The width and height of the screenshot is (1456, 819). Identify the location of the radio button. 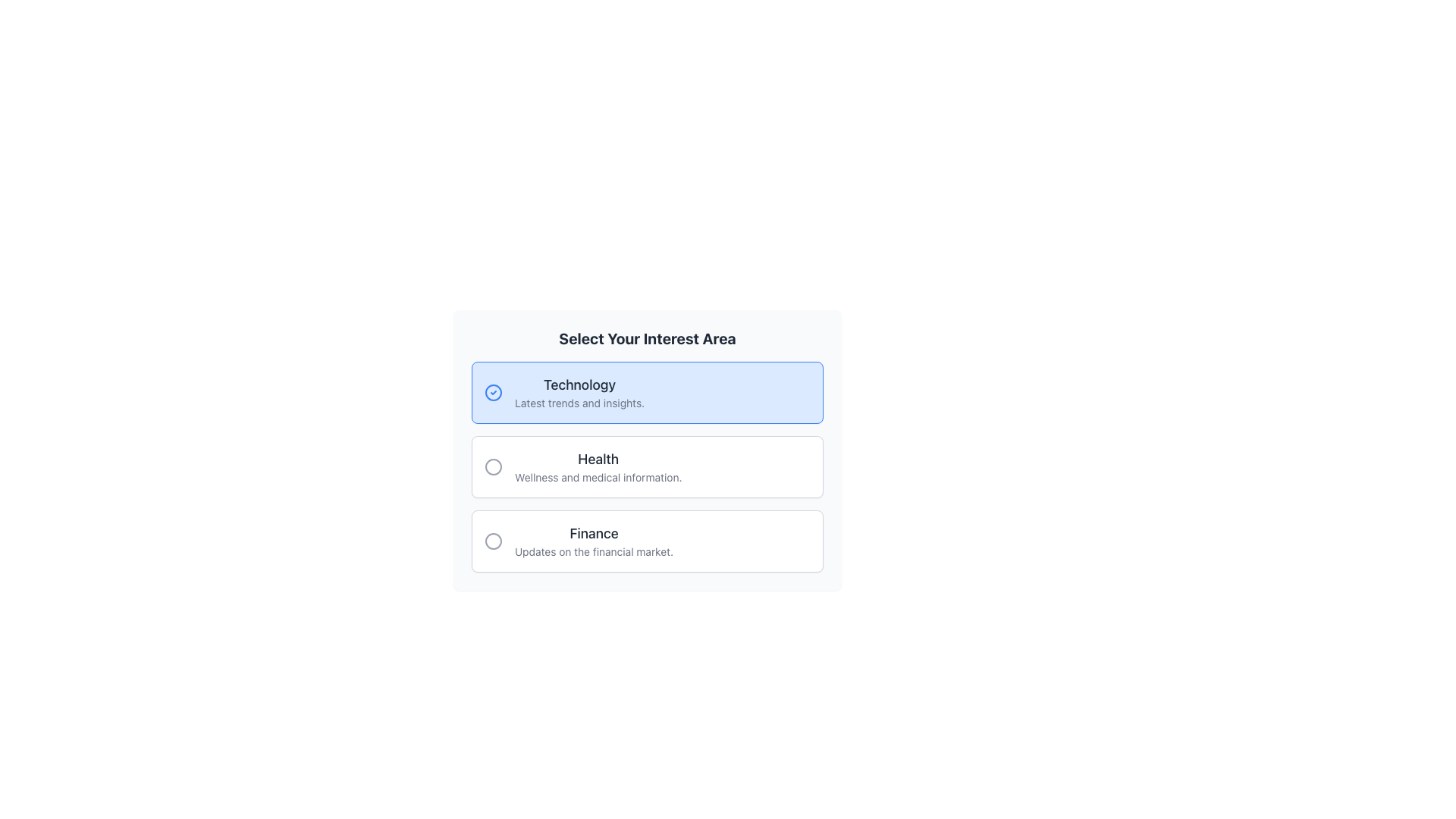
(499, 466).